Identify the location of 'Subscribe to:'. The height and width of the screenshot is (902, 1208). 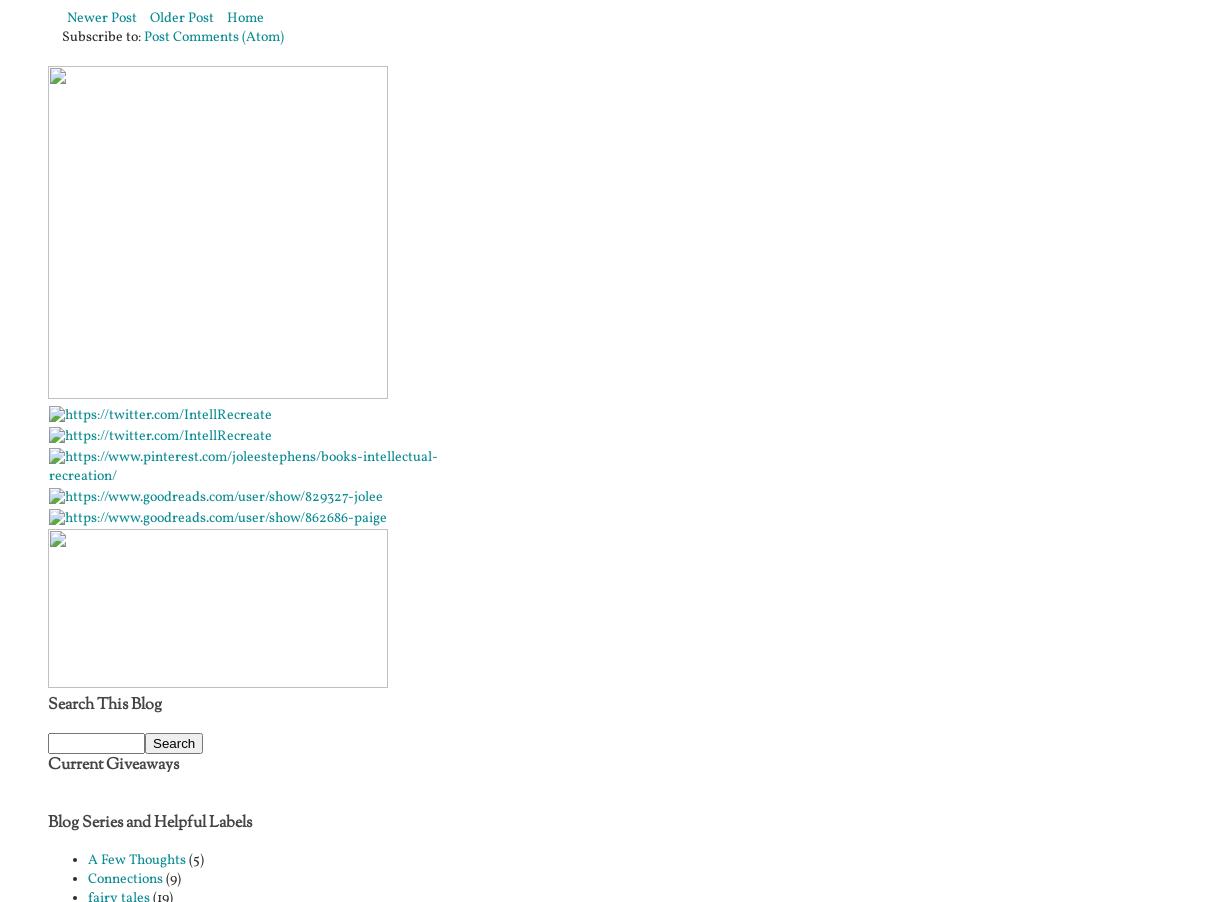
(102, 35).